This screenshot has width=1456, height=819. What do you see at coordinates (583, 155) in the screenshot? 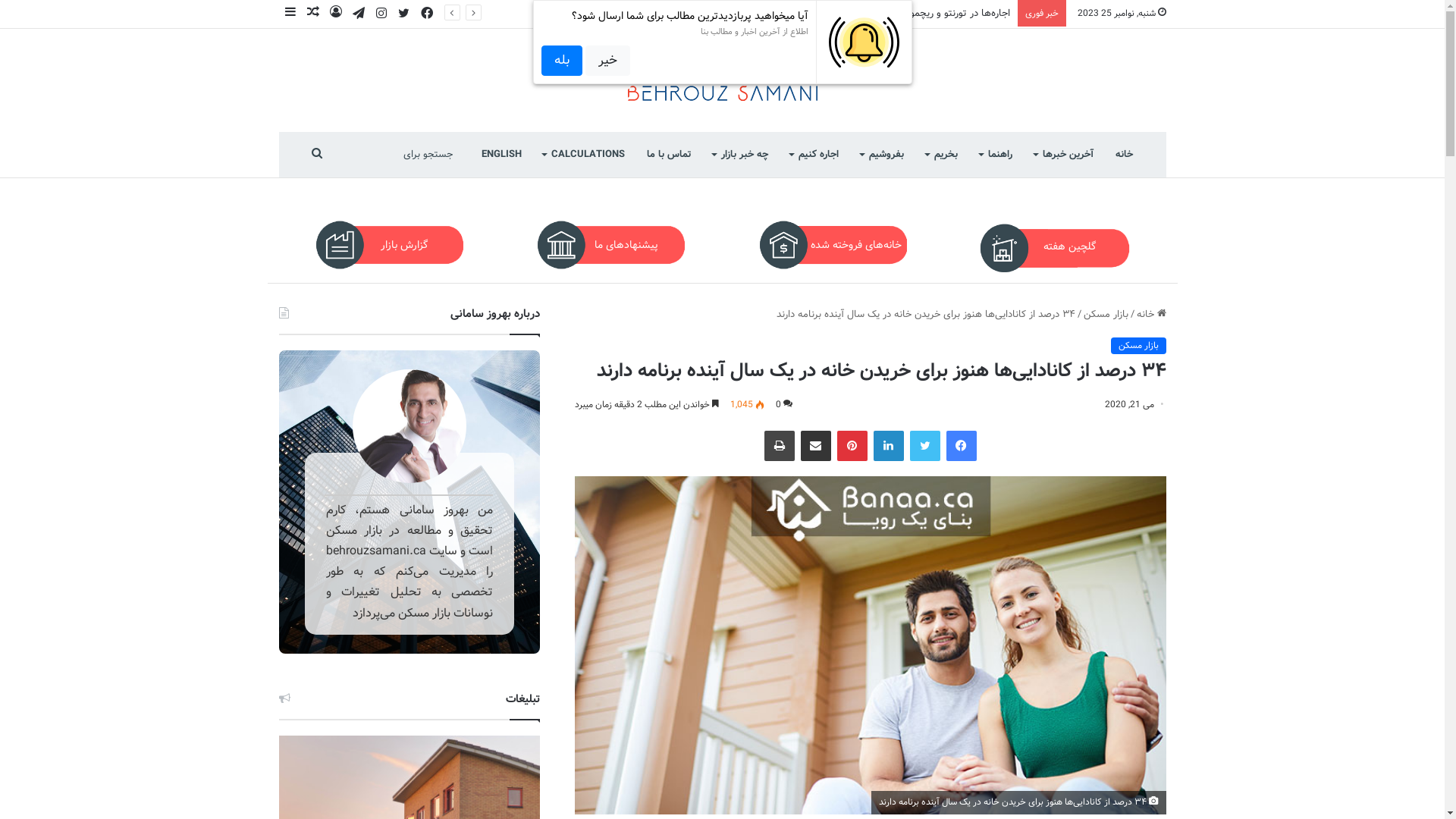
I see `'CALCULATIONS'` at bounding box center [583, 155].